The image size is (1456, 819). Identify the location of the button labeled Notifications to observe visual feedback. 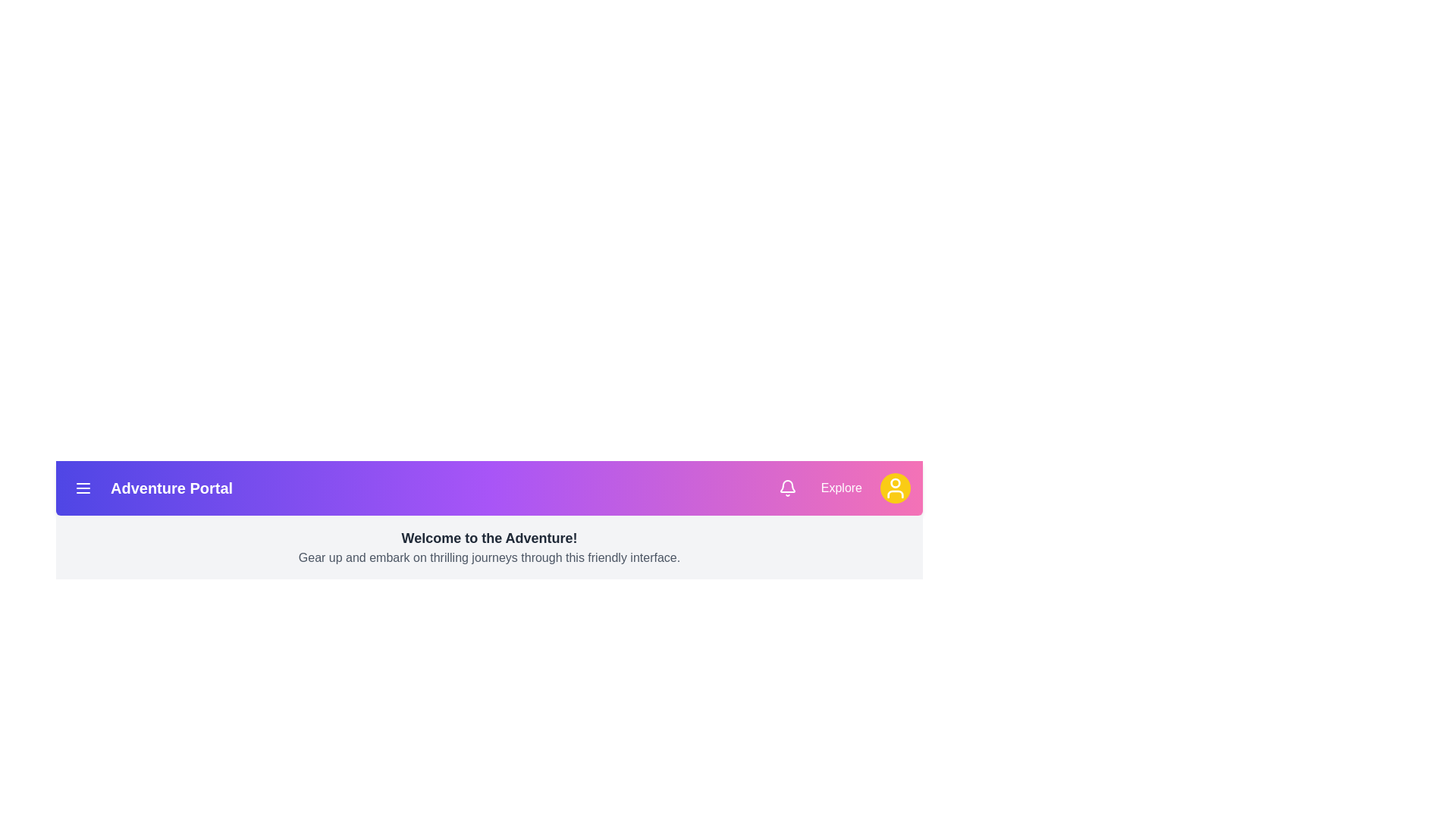
(787, 488).